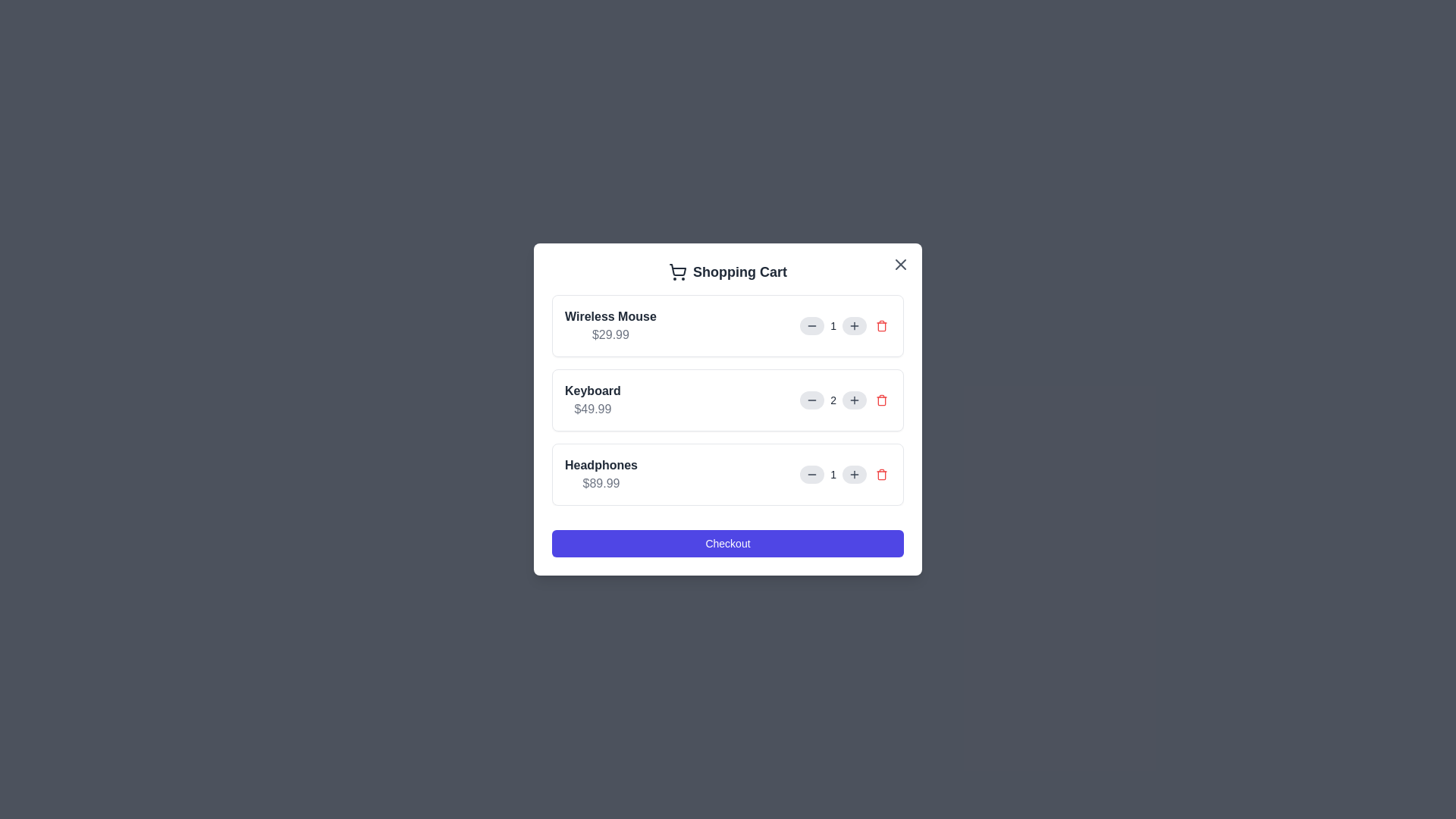  Describe the element at coordinates (728, 400) in the screenshot. I see `the 'Keyboard' item in the shopping cart` at that location.